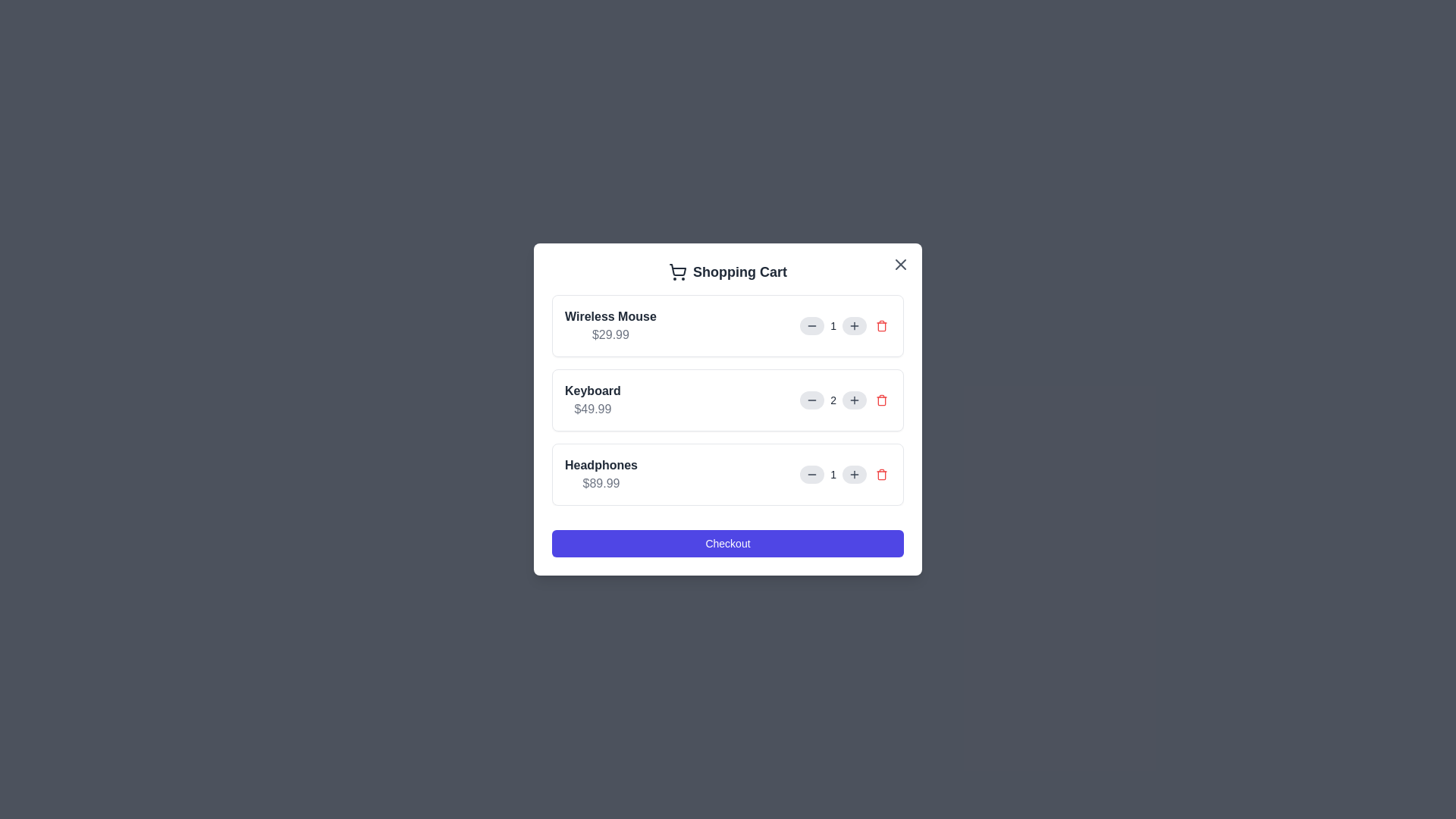  Describe the element at coordinates (728, 400) in the screenshot. I see `the 'Keyboard' item in the shopping cart` at that location.